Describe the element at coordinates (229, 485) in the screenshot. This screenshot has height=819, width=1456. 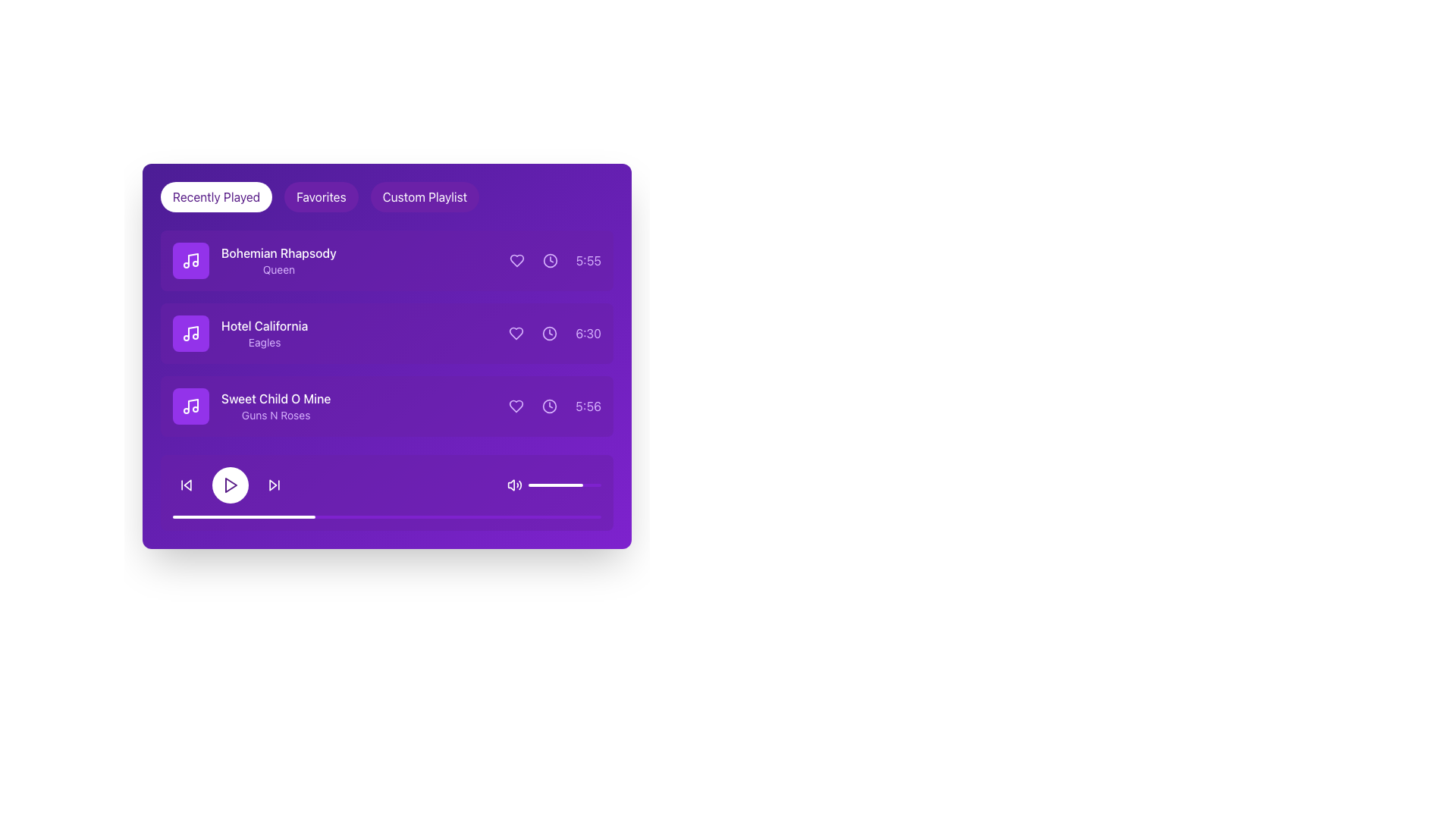
I see `the 'Play' button in the music player interface` at that location.